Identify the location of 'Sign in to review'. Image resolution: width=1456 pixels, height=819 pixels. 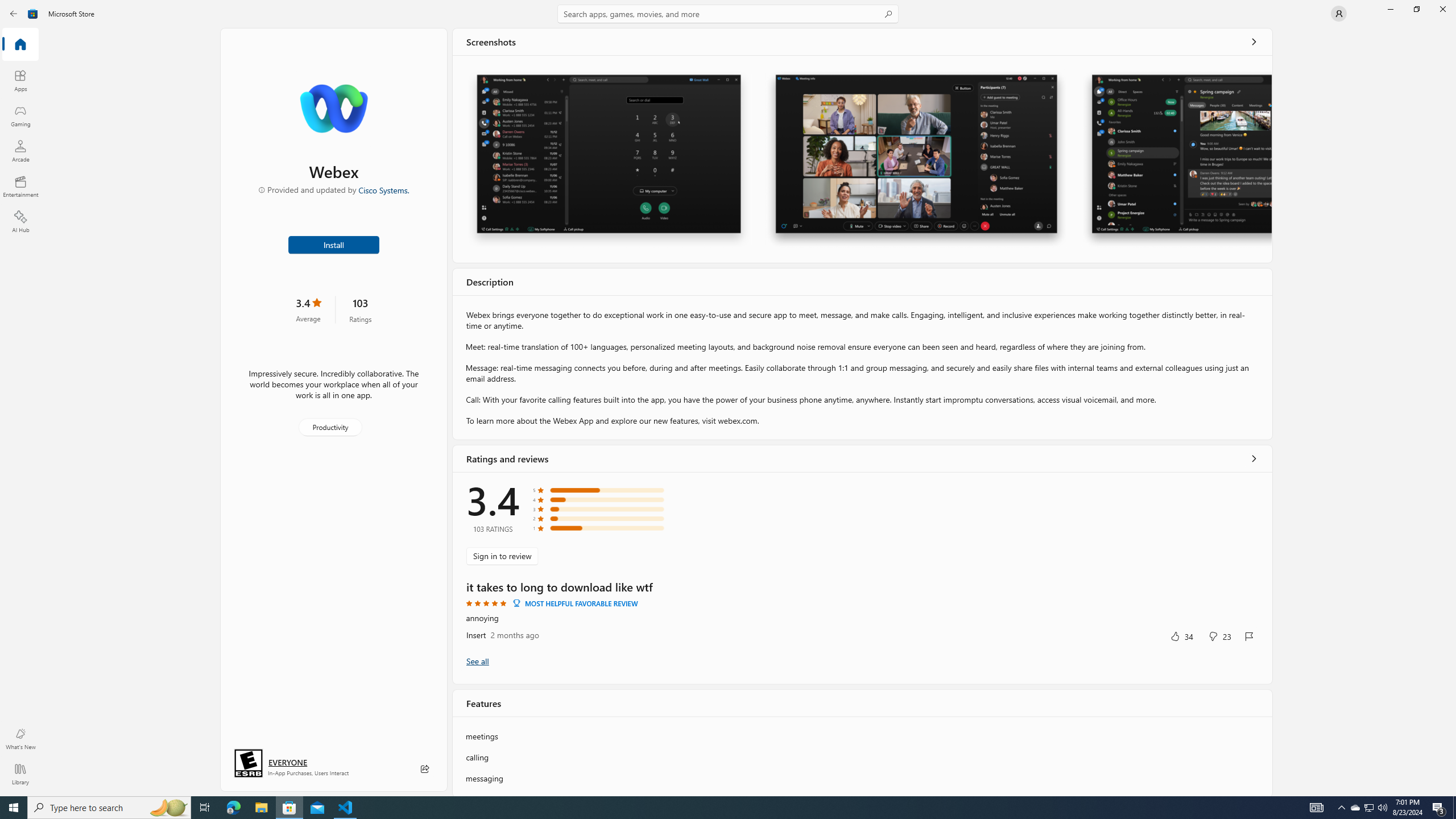
(502, 555).